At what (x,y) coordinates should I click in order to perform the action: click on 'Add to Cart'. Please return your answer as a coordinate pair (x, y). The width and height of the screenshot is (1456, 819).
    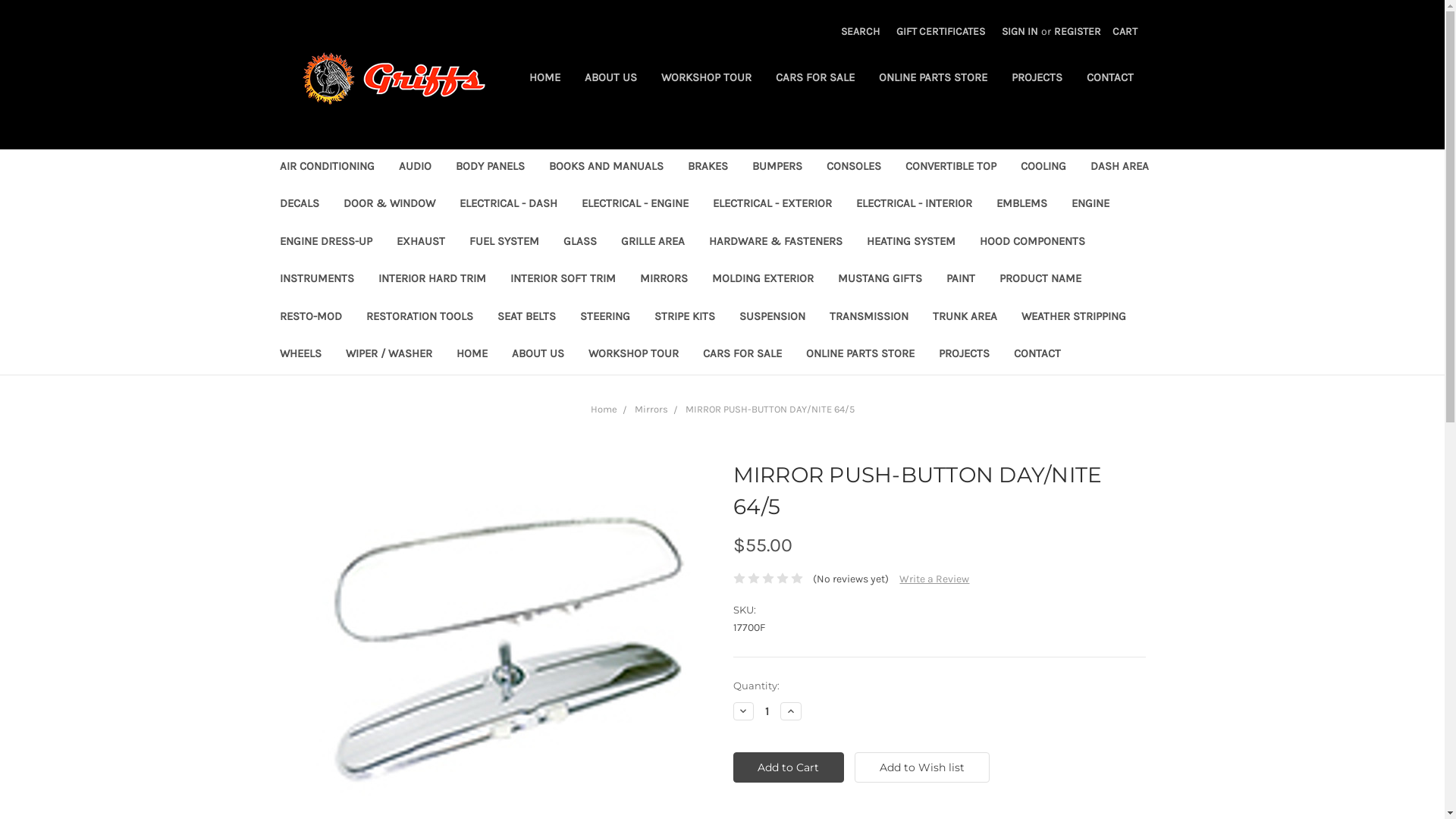
    Looking at the image, I should click on (788, 767).